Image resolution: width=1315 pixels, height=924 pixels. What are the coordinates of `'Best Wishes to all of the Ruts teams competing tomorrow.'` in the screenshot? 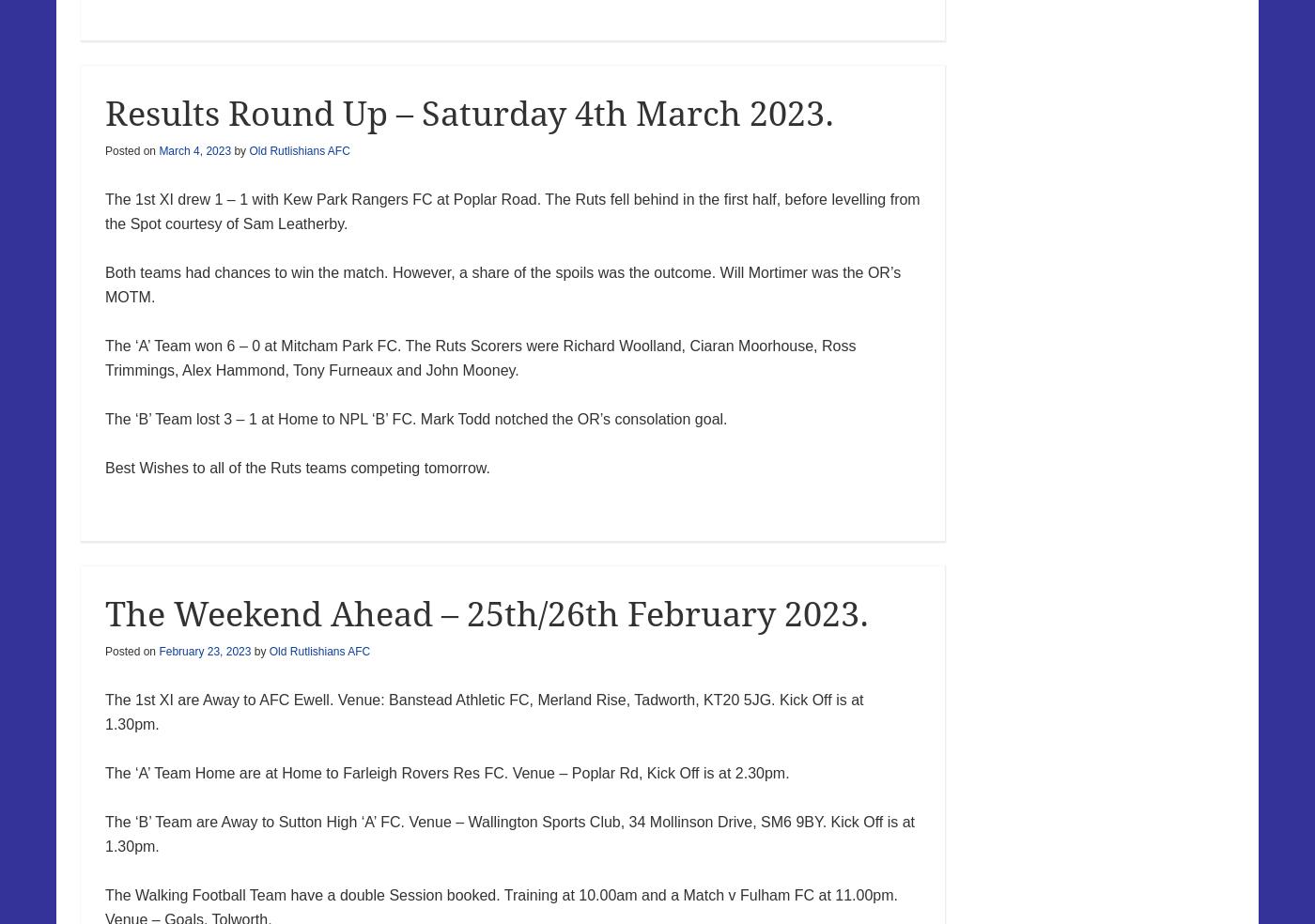 It's located at (105, 466).